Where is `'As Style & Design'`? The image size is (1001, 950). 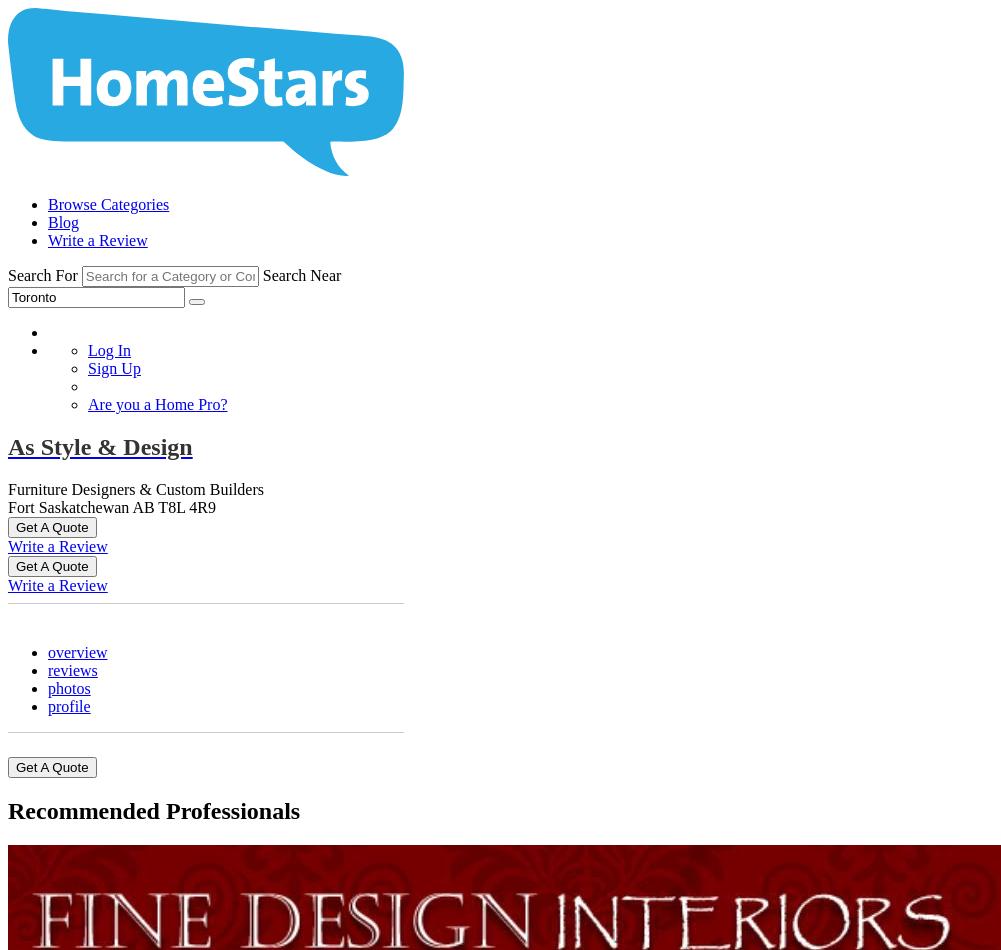 'As Style & Design' is located at coordinates (98, 445).